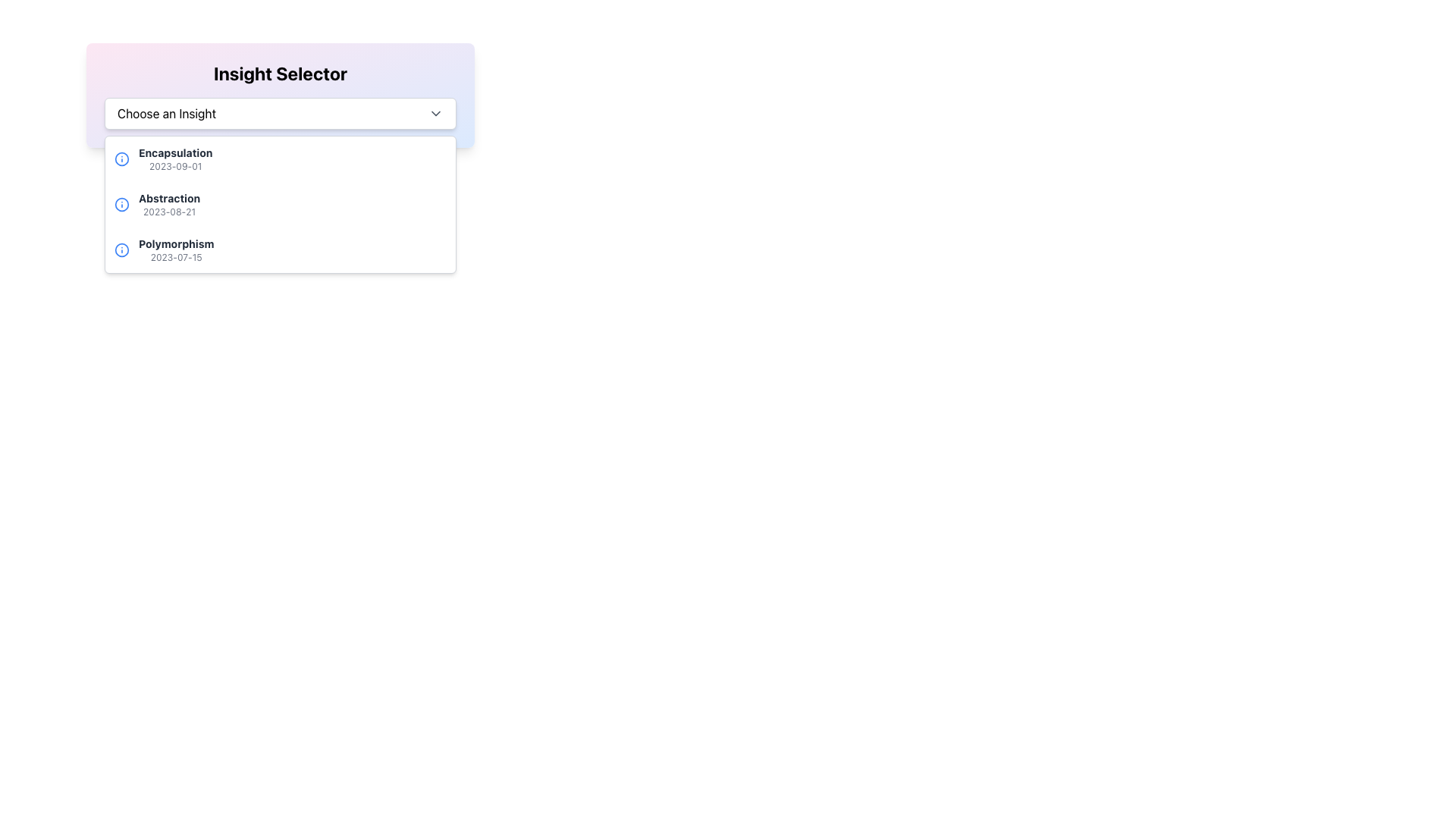 Image resolution: width=1456 pixels, height=819 pixels. What do you see at coordinates (175, 152) in the screenshot?
I see `the bold text label displaying 'Encapsulation', which is located at the top-left corner of the dropdown-style insight selector panel, above the date text '2023-09-01'` at bounding box center [175, 152].